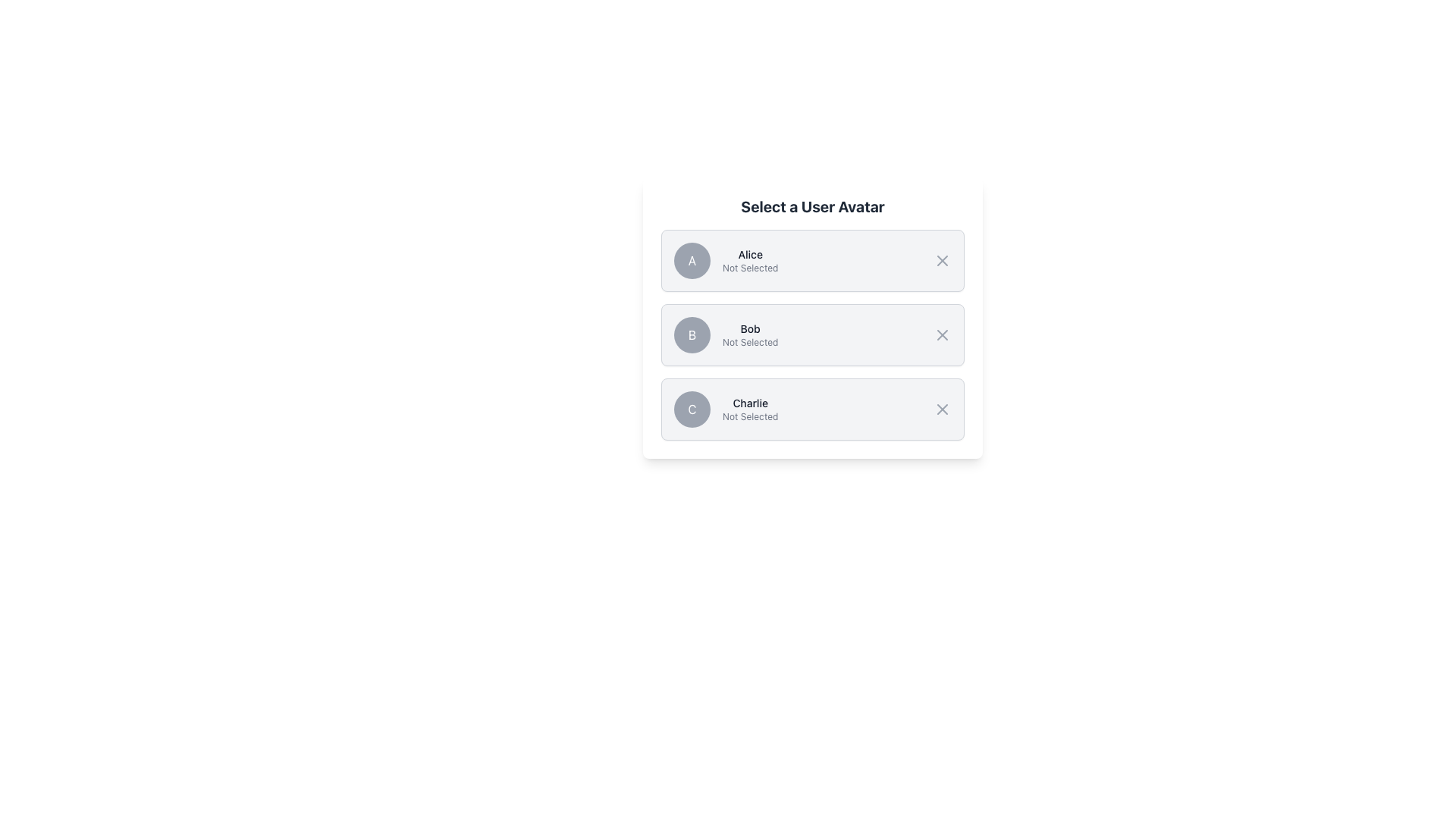 The height and width of the screenshot is (819, 1456). I want to click on the user avatar icon representing 'Bob' located in the second row of the 'Select a User Avatar' component, so click(691, 334).